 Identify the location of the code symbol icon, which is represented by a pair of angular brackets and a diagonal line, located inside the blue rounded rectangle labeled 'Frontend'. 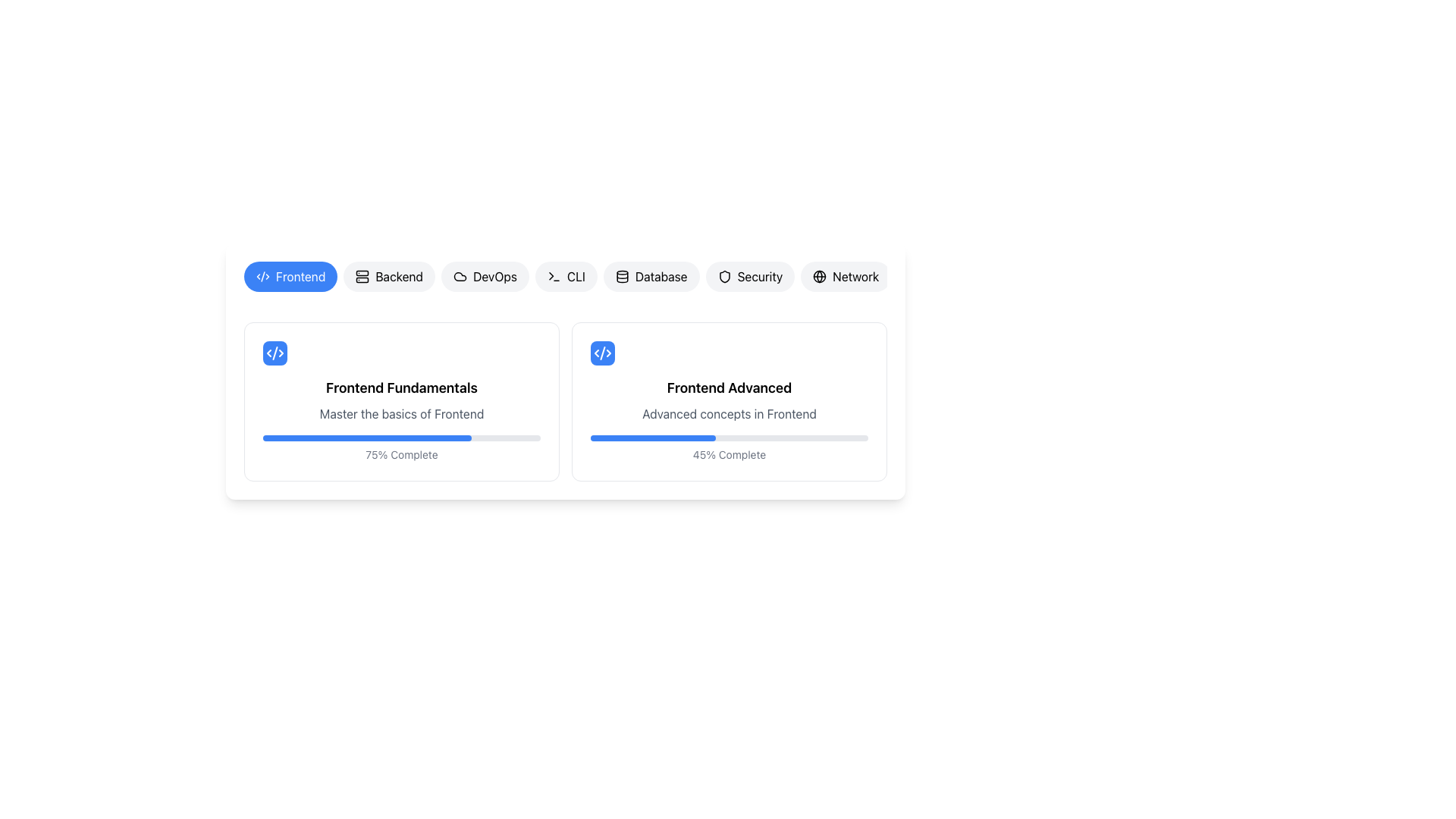
(262, 277).